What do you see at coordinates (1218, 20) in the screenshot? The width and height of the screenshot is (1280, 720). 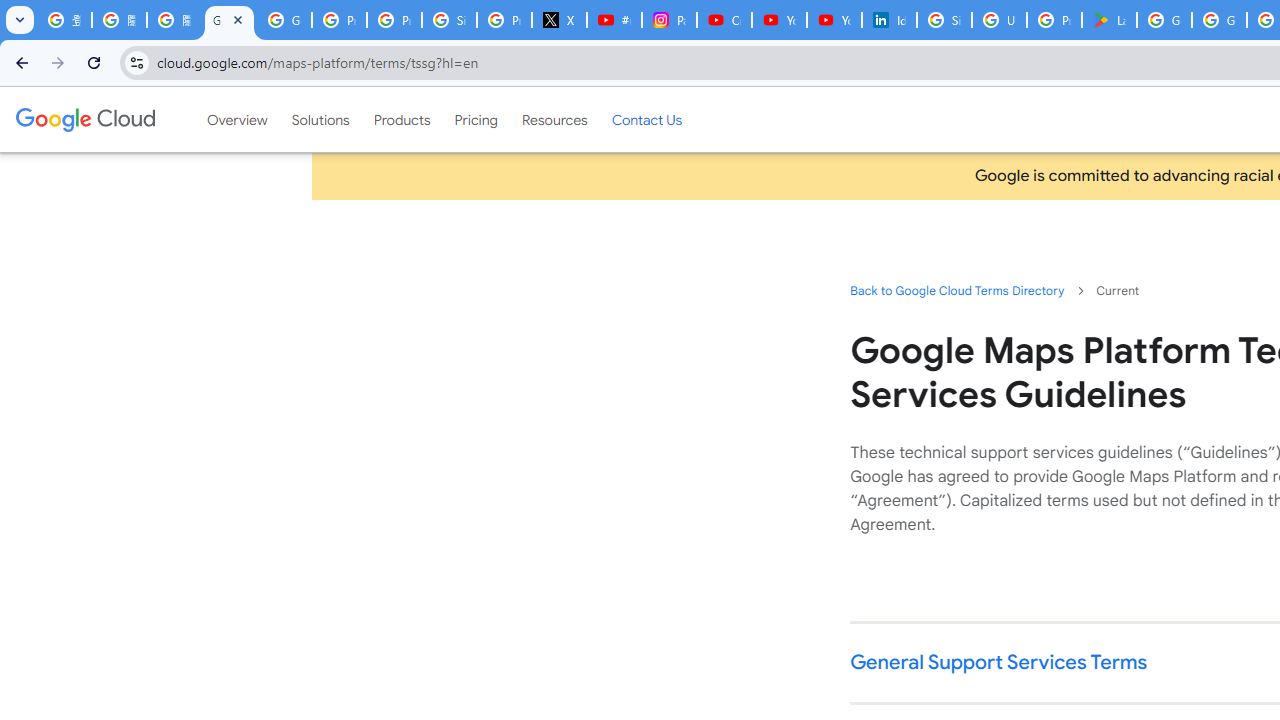 I see `'Google Workspace - Specific Terms'` at bounding box center [1218, 20].